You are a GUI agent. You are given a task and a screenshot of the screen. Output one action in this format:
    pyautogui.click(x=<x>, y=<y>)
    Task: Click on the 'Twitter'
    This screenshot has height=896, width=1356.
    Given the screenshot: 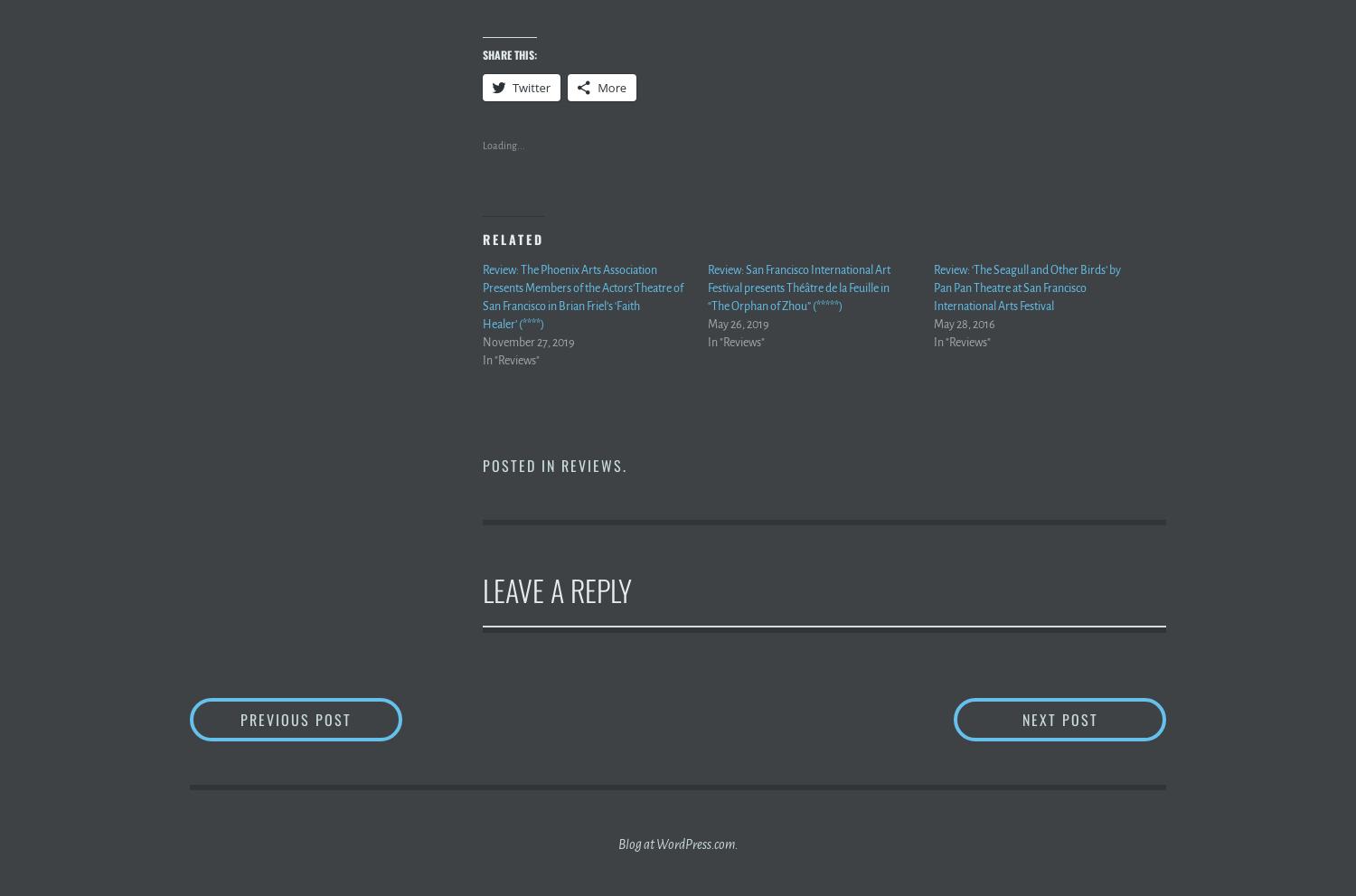 What is the action you would take?
    pyautogui.click(x=512, y=86)
    